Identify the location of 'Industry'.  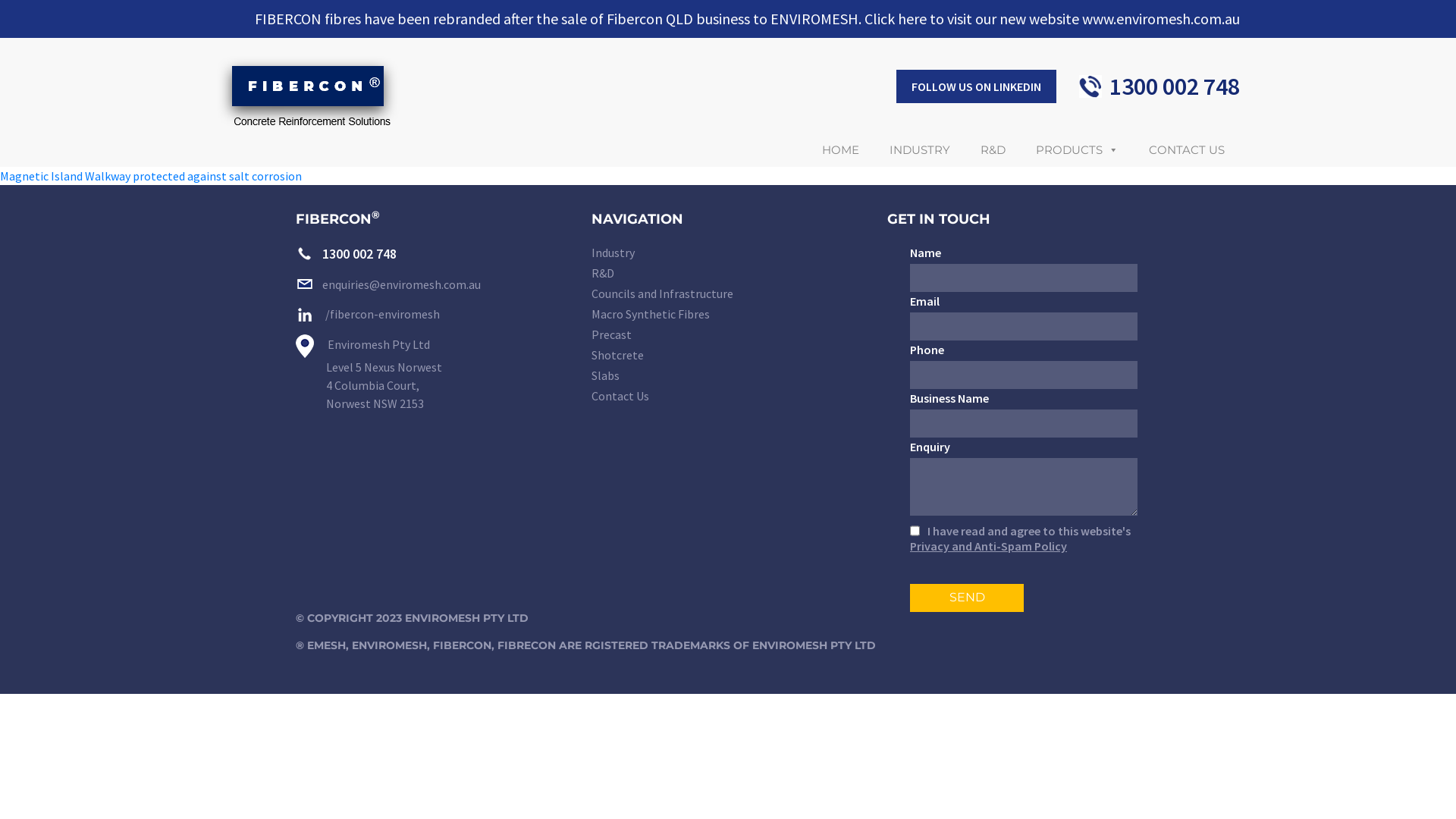
(590, 253).